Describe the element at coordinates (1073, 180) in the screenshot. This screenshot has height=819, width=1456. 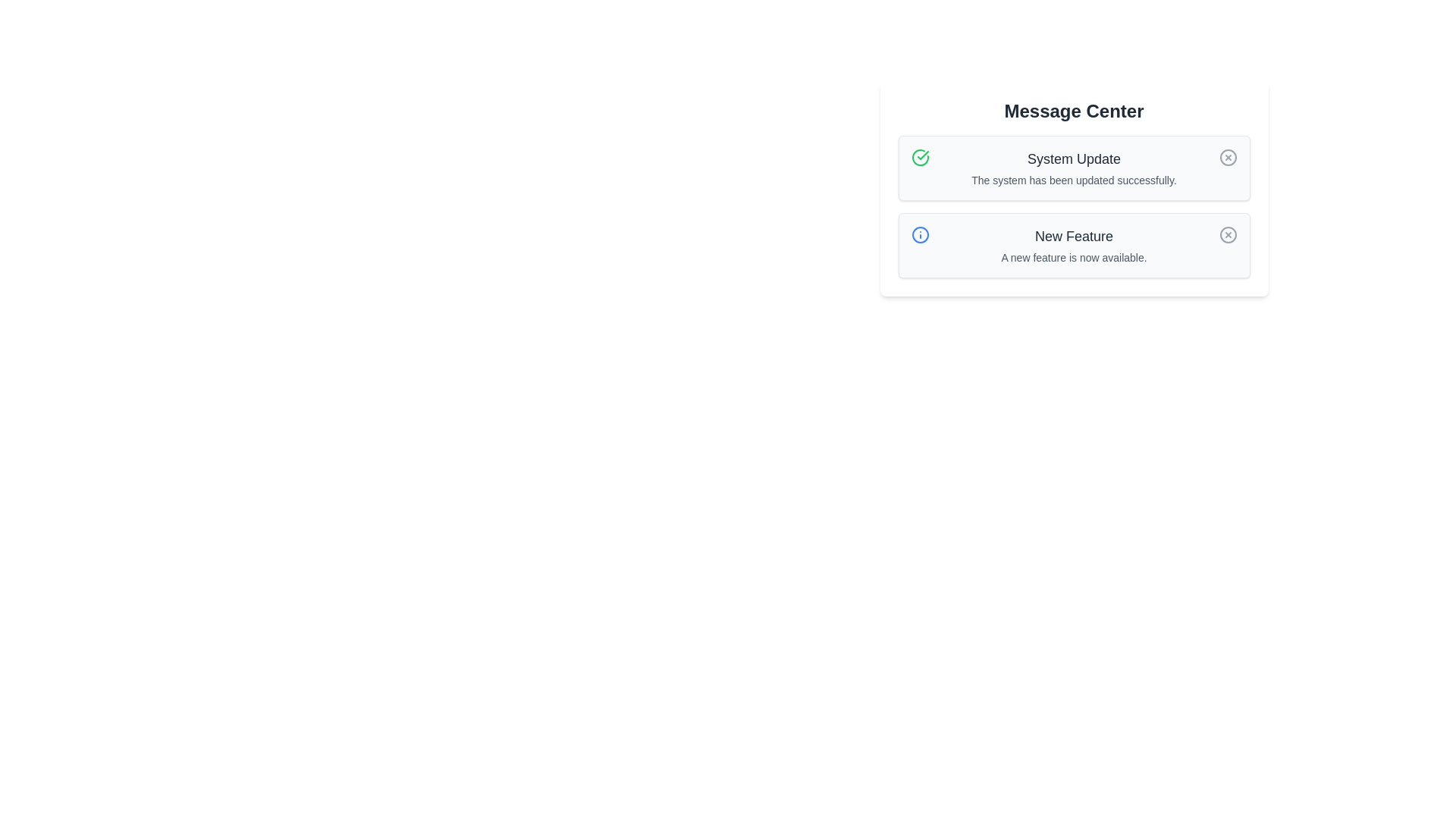
I see `the Text label that provides confirmation of the successful system update, located beneath the 'System Update' heading in the notification card` at that location.